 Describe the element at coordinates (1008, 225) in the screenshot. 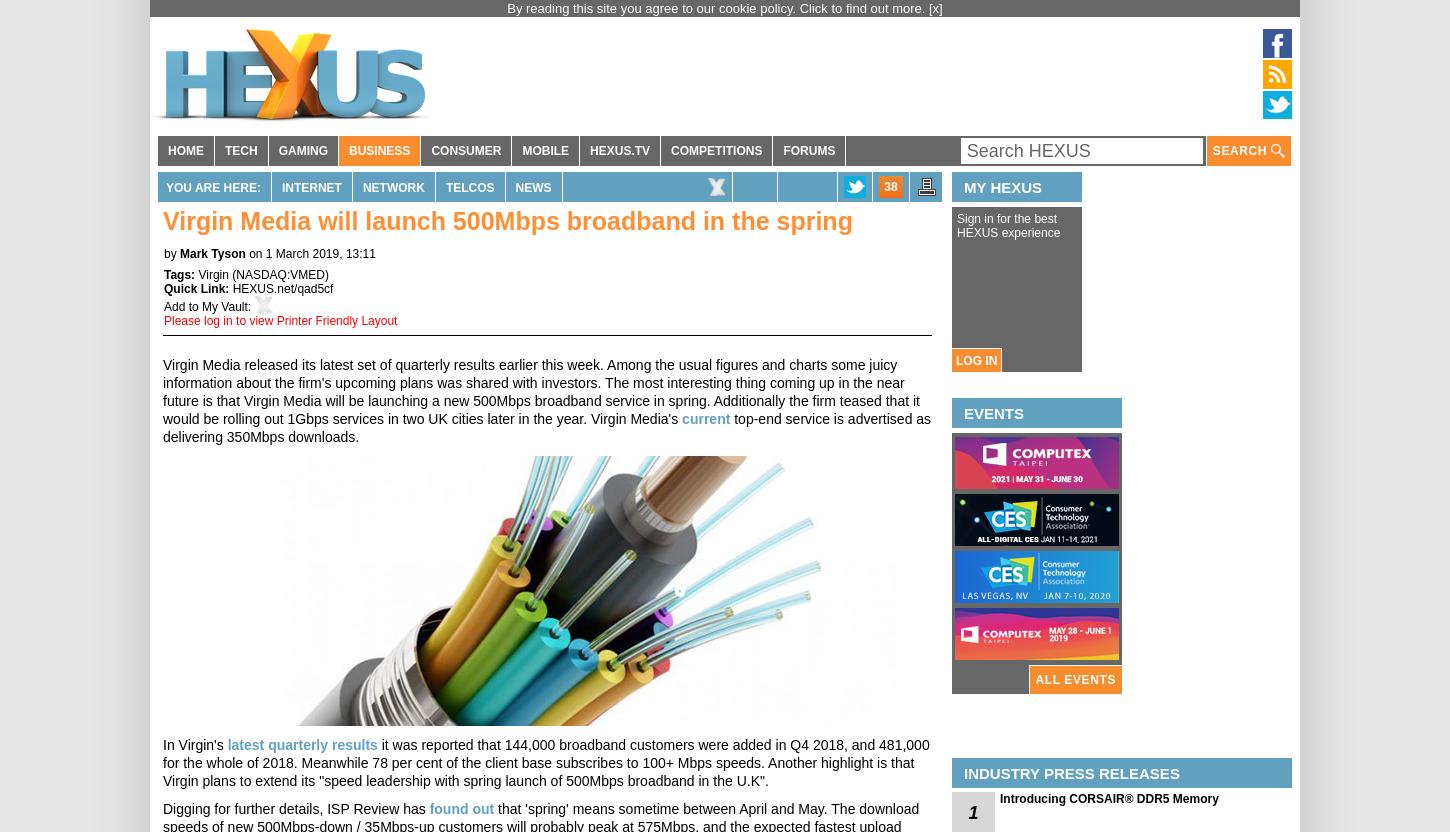

I see `'Sign in for the best HEXUS experience'` at that location.